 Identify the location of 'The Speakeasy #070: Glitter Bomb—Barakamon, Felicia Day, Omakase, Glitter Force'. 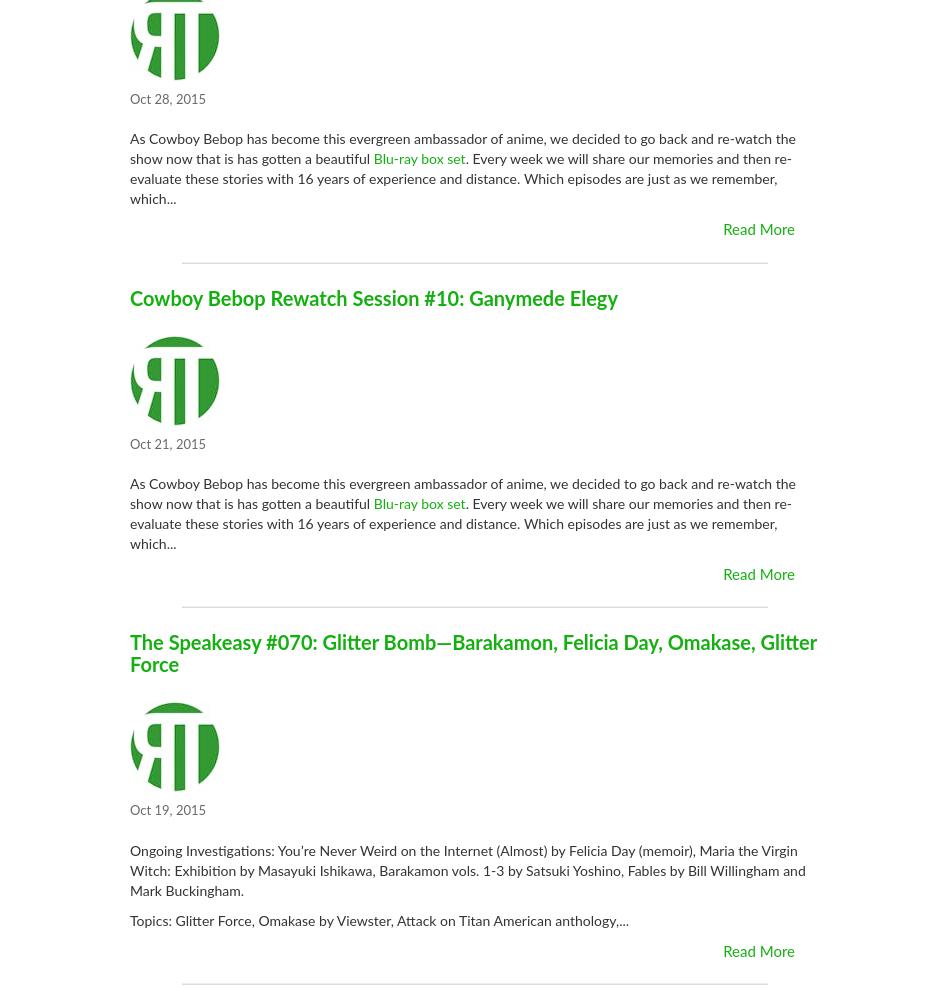
(472, 654).